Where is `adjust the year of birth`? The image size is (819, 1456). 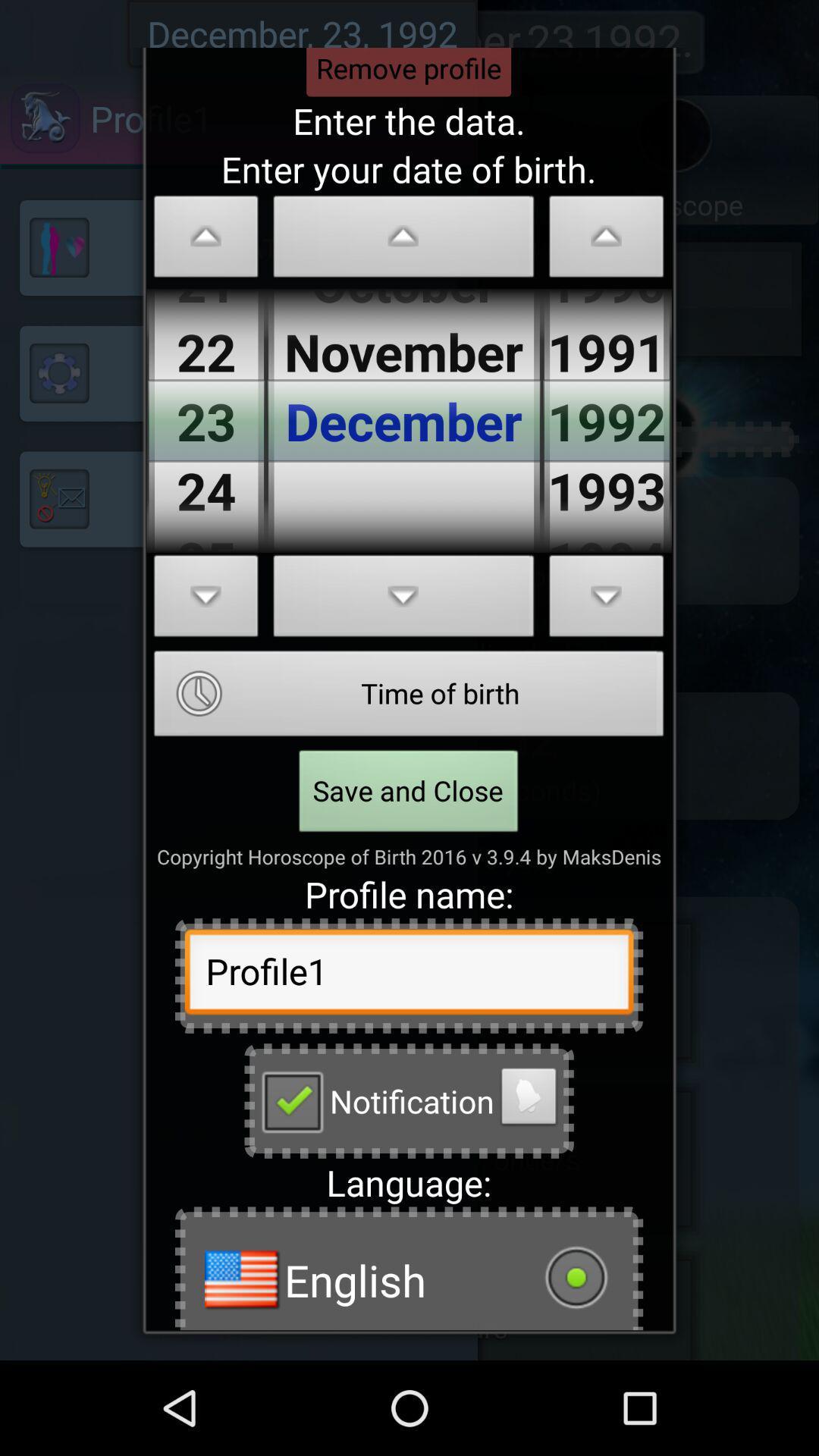
adjust the year of birth is located at coordinates (606, 240).